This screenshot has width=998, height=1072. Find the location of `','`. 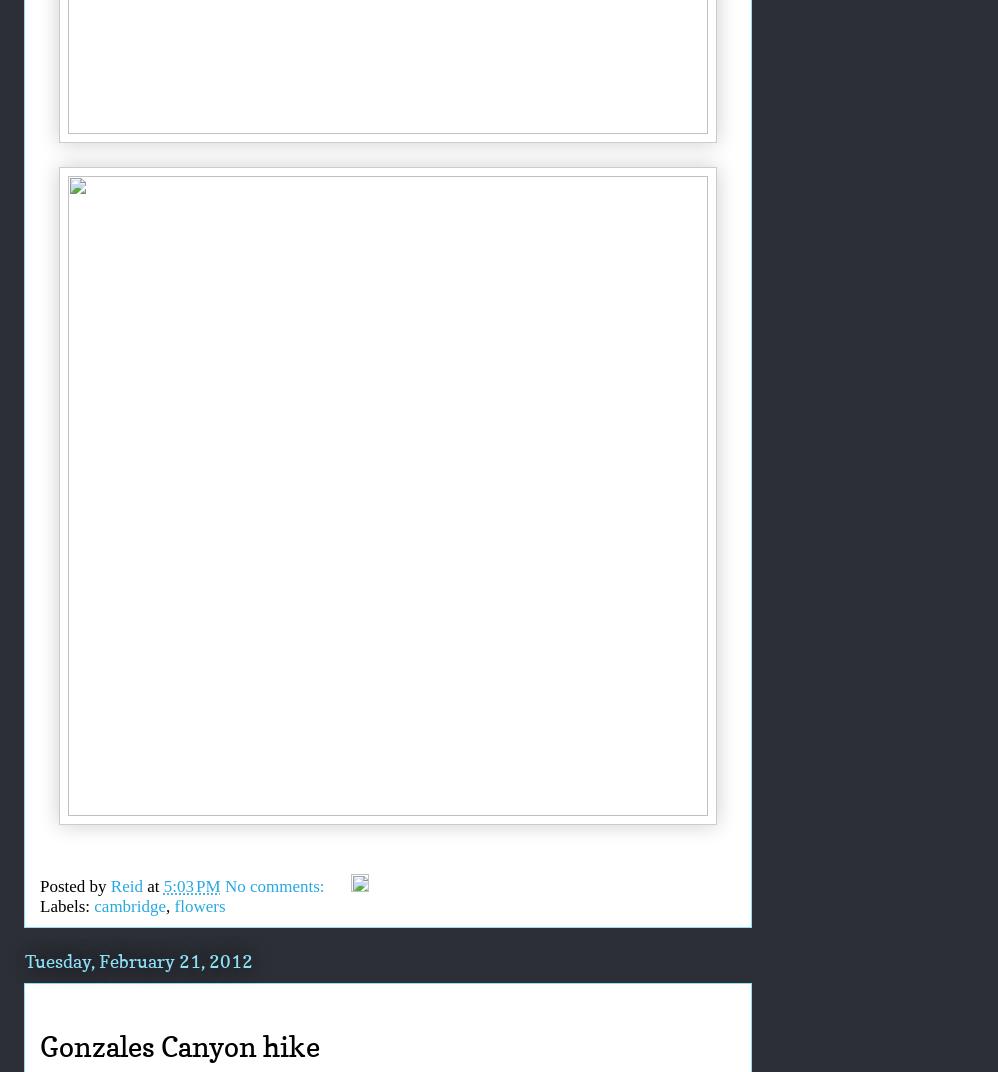

',' is located at coordinates (168, 906).